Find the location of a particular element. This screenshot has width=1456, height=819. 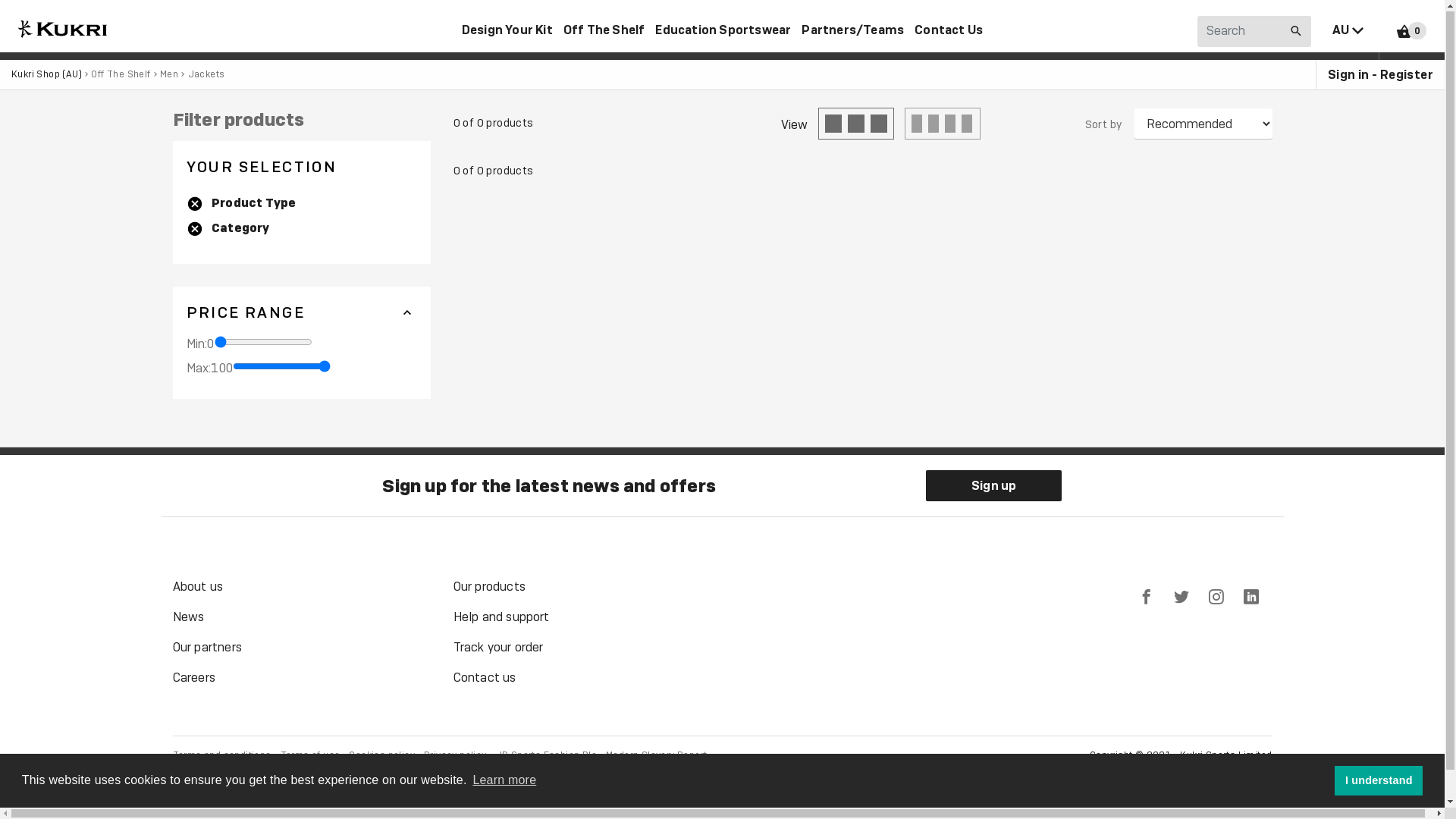

'Terms and conditions' is located at coordinates (172, 755).